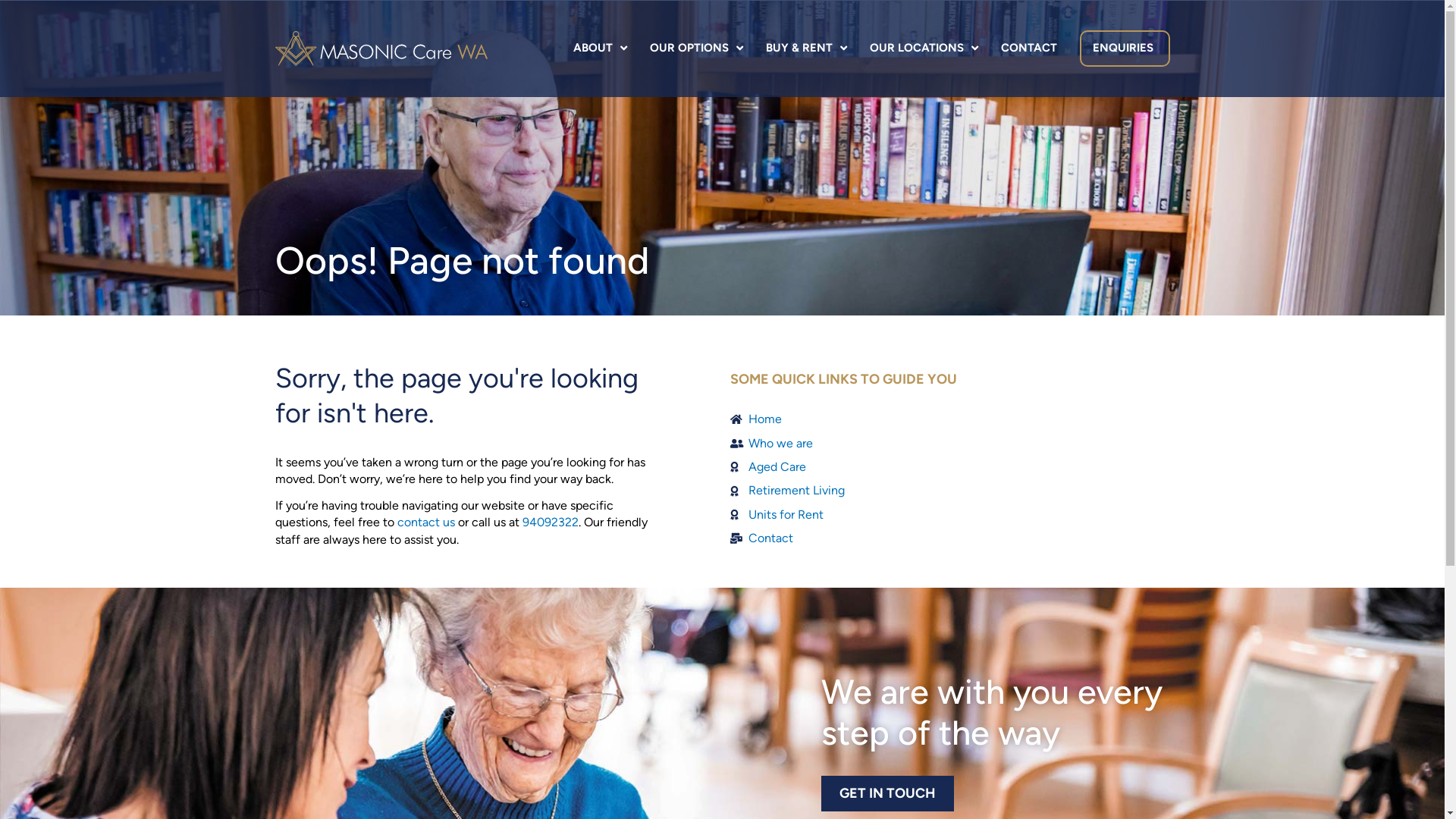  What do you see at coordinates (567, 48) in the screenshot?
I see `'ABOUT'` at bounding box center [567, 48].